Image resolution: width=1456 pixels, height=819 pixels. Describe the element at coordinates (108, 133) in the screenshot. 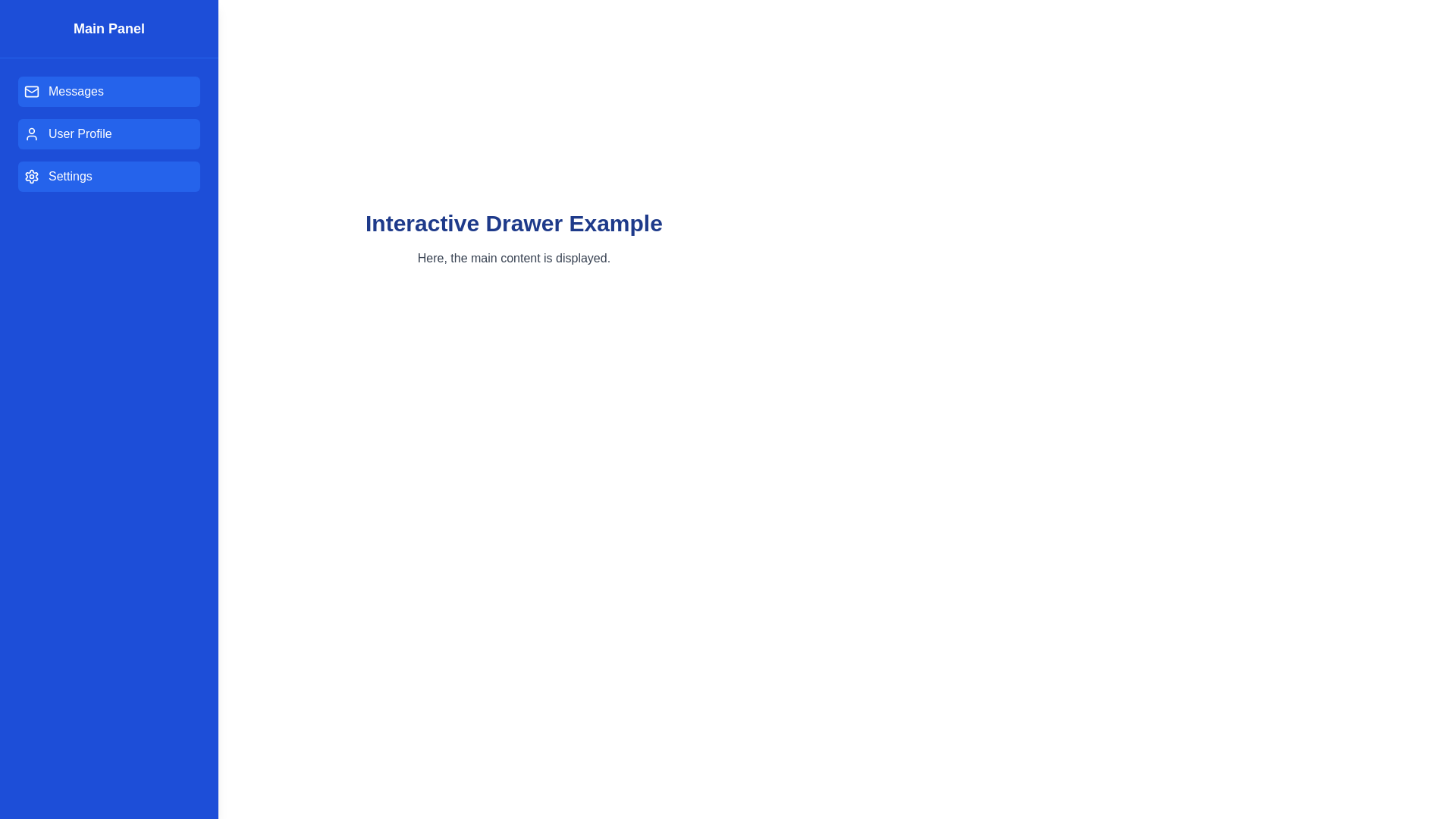

I see `the User Profile from the drawer menu` at that location.